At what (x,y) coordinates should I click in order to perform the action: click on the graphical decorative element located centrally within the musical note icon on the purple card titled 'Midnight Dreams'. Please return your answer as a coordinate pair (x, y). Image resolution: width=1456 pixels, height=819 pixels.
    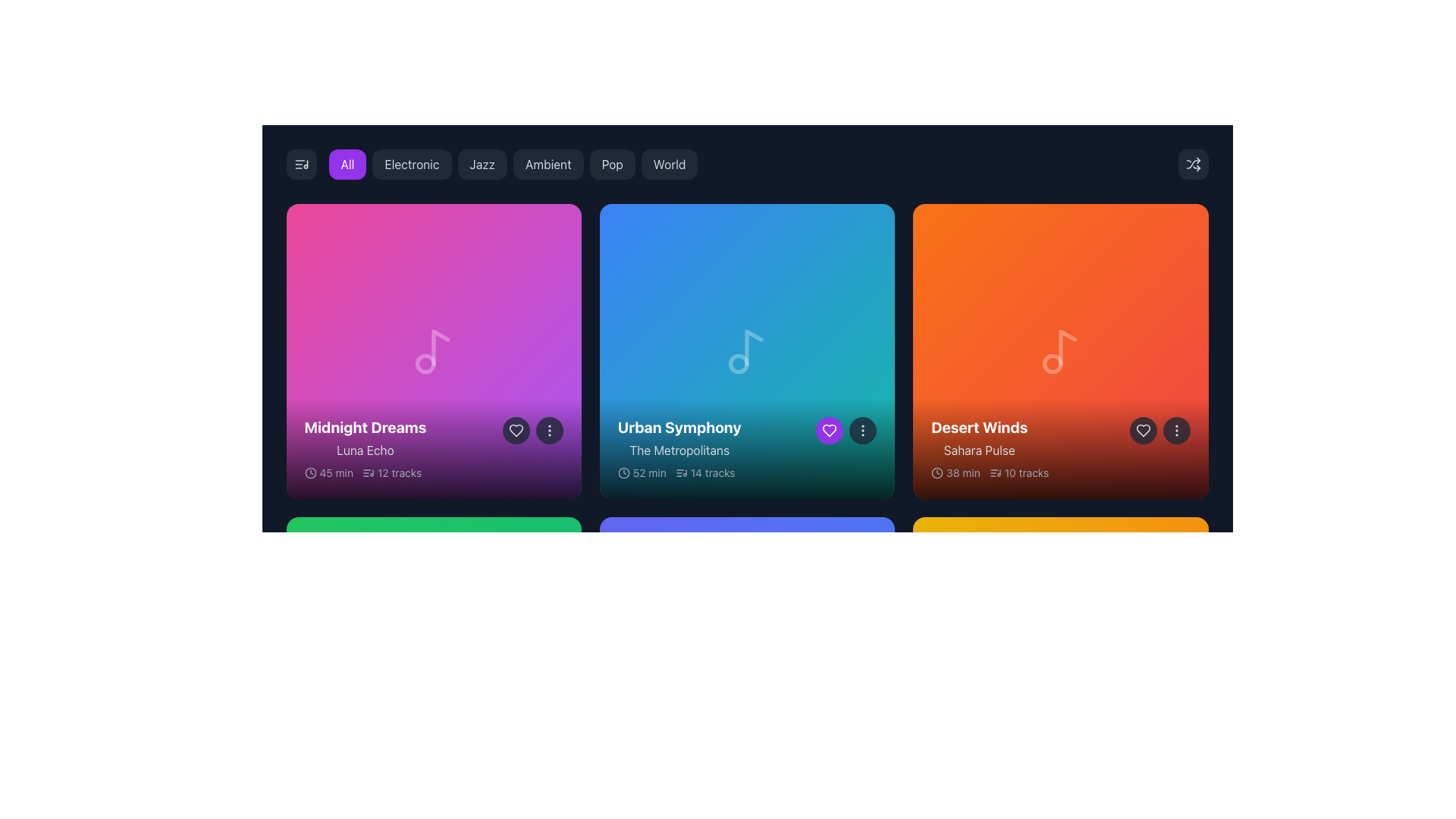
    Looking at the image, I should click on (425, 363).